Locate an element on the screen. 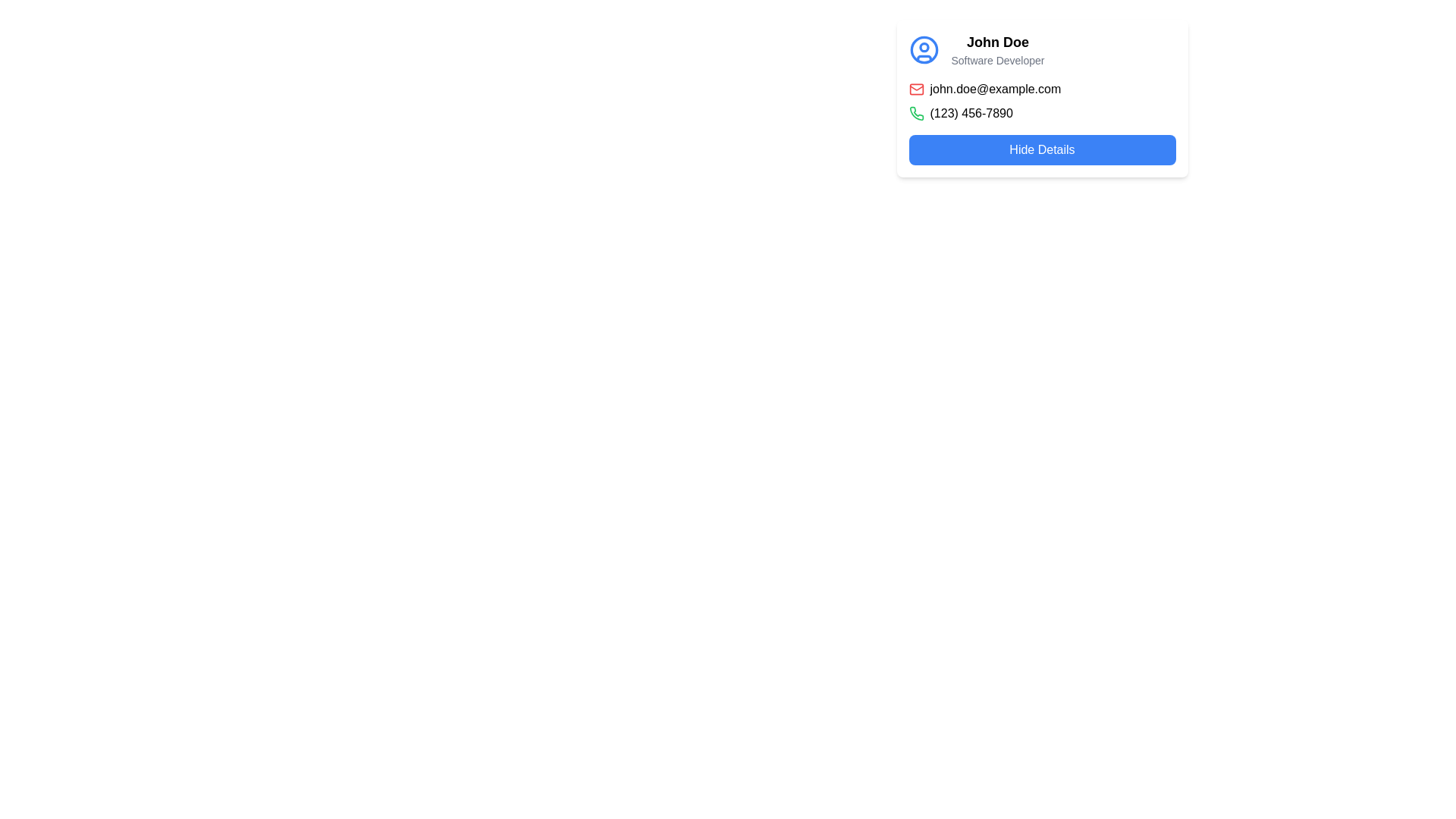 The width and height of the screenshot is (1456, 819). the button at the bottom of the card displaying information about 'John Doe' to hide details is located at coordinates (1041, 149).